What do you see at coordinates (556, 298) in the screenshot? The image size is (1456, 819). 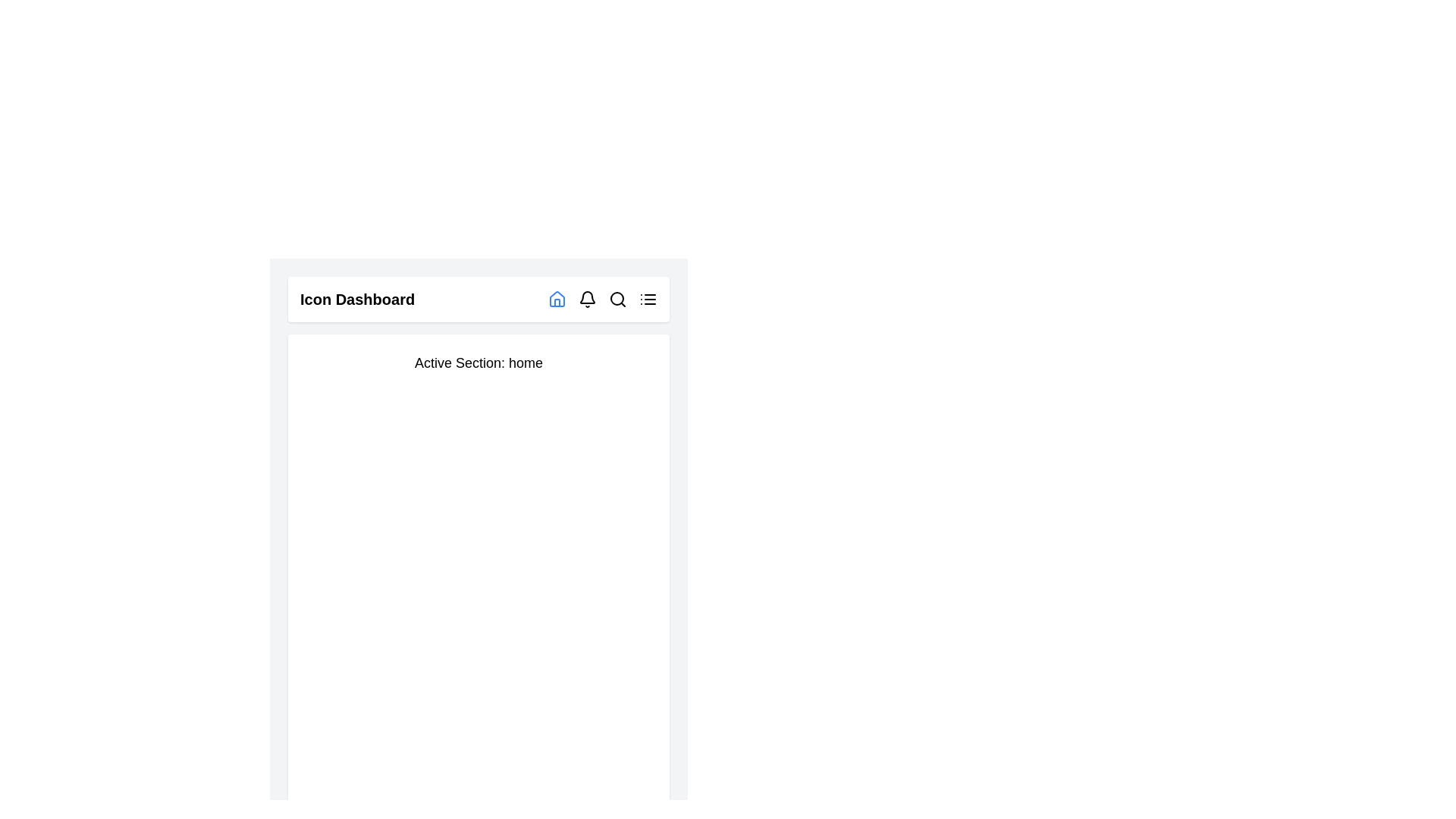 I see `the stylized house icon located in the top-right corner of the interface` at bounding box center [556, 298].